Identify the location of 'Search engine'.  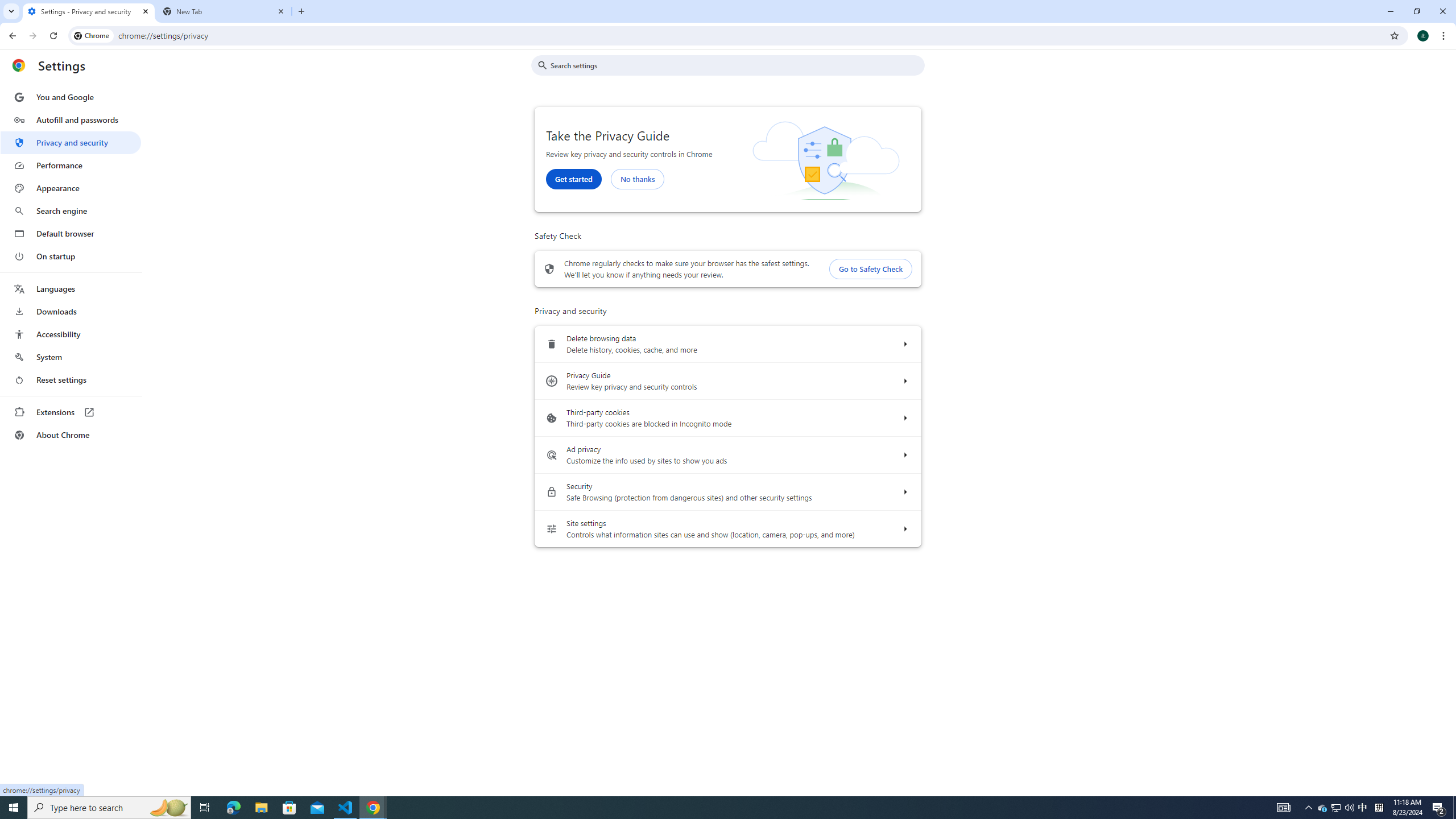
(70, 211).